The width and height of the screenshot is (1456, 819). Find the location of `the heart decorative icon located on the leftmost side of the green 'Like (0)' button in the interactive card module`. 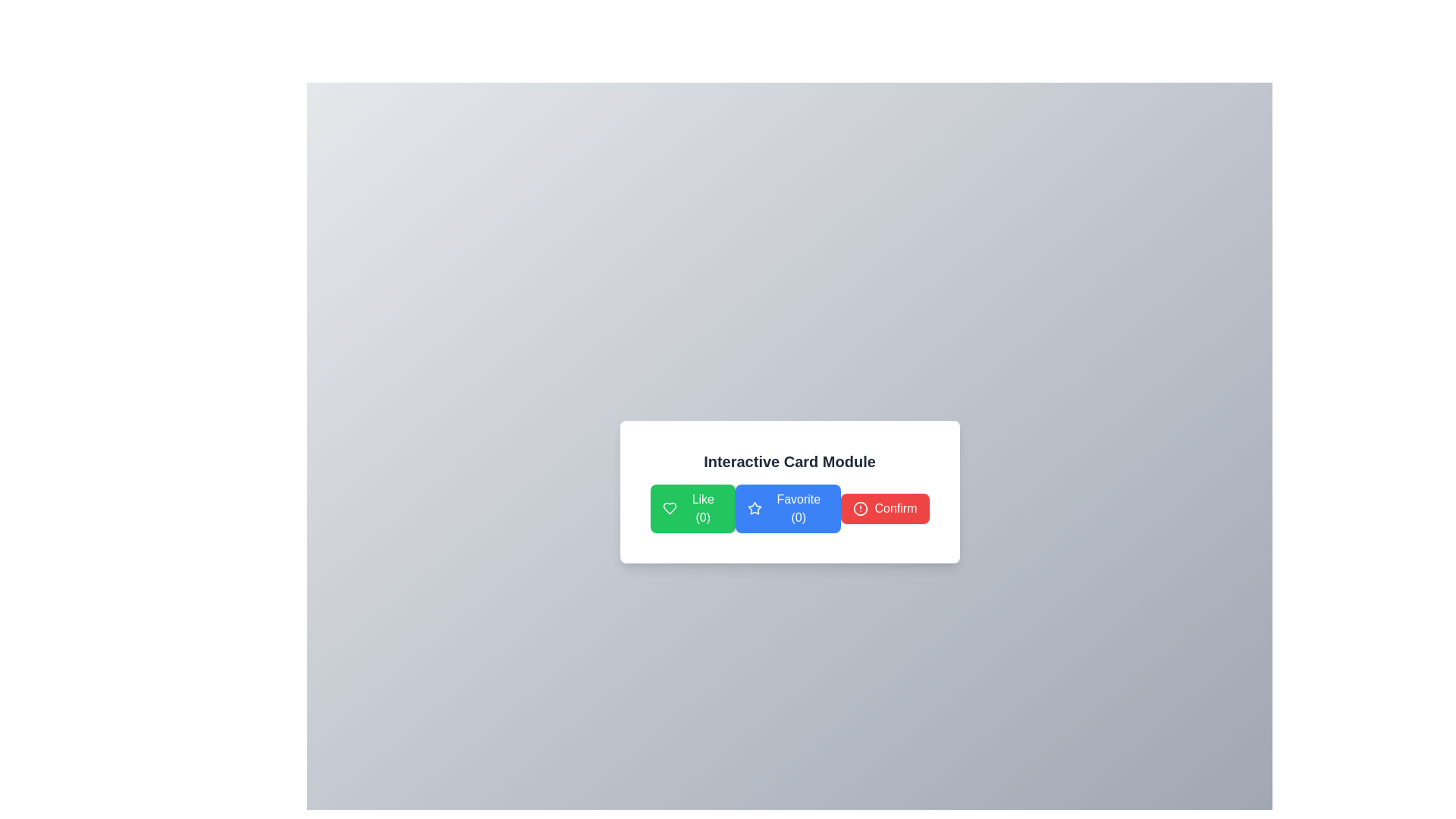

the heart decorative icon located on the leftmost side of the green 'Like (0)' button in the interactive card module is located at coordinates (669, 509).